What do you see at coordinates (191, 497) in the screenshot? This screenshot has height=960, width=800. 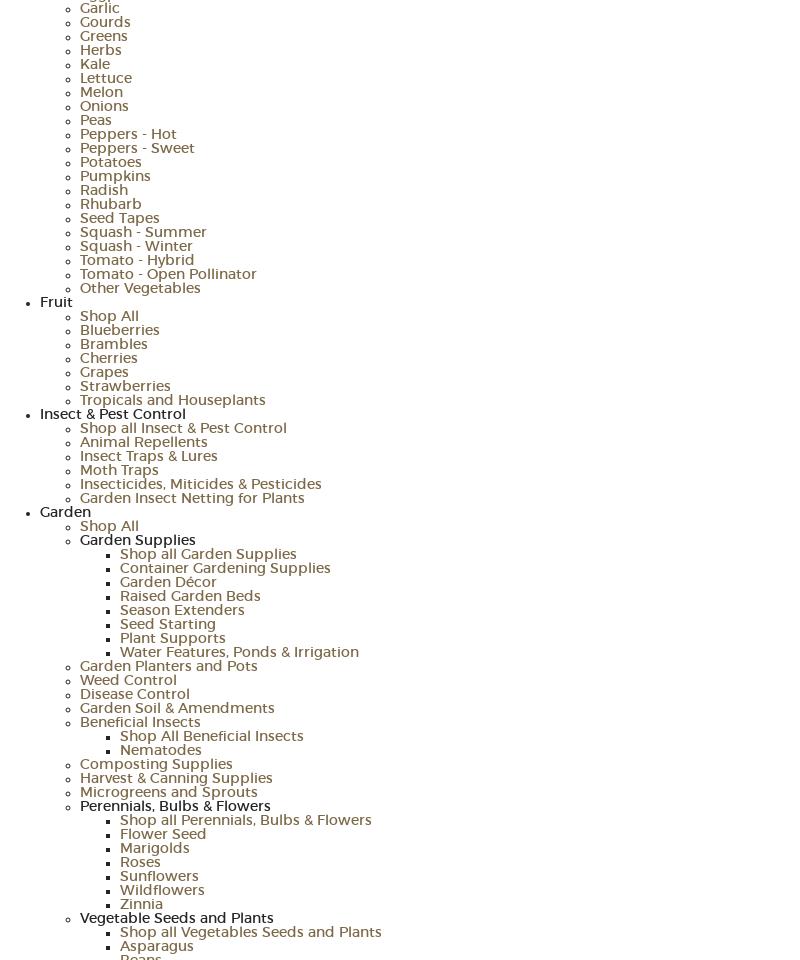 I see `'Garden Insect Netting for Plants'` at bounding box center [191, 497].